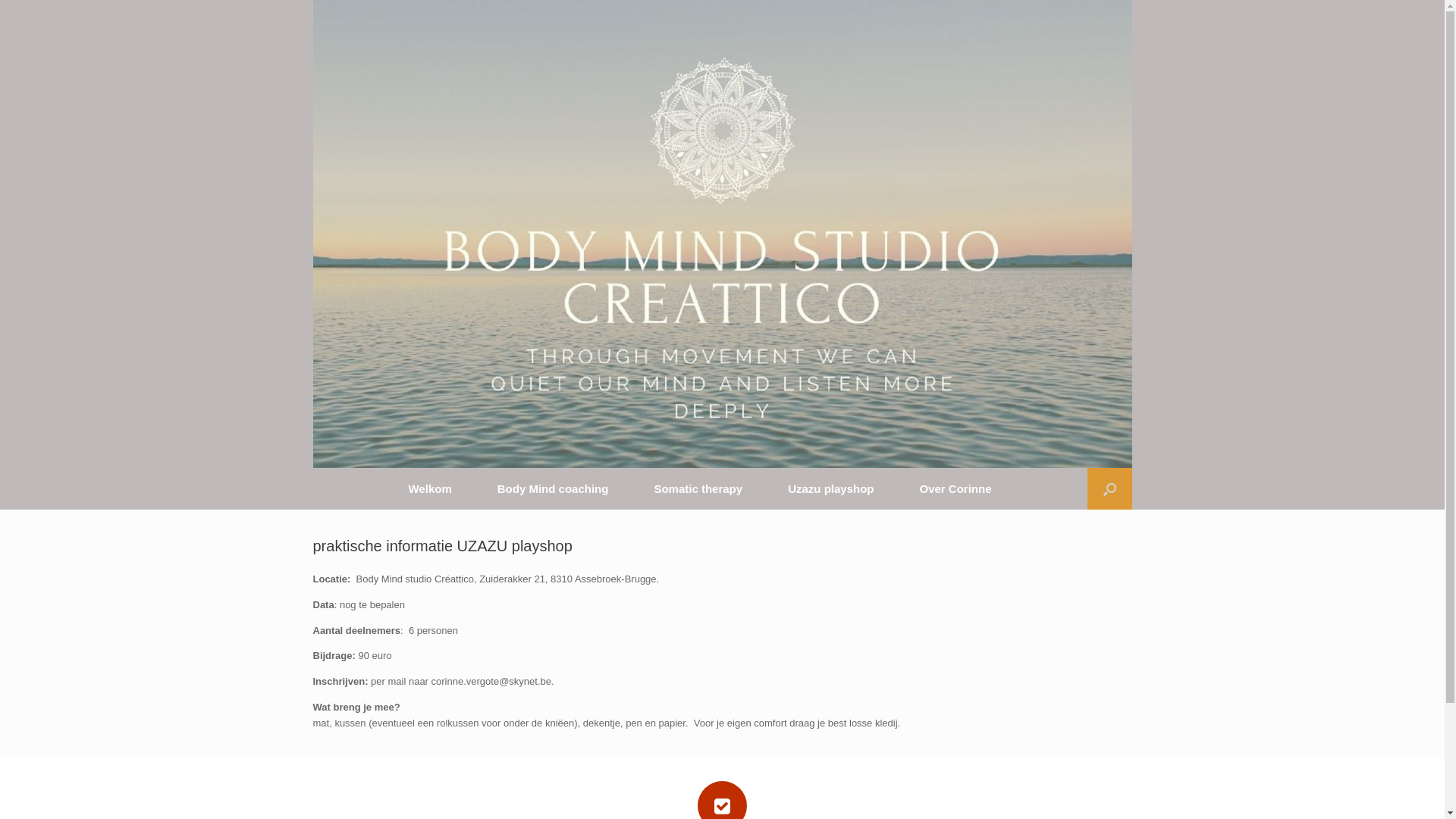 The image size is (1456, 819). What do you see at coordinates (428, 488) in the screenshot?
I see `'Welkom'` at bounding box center [428, 488].